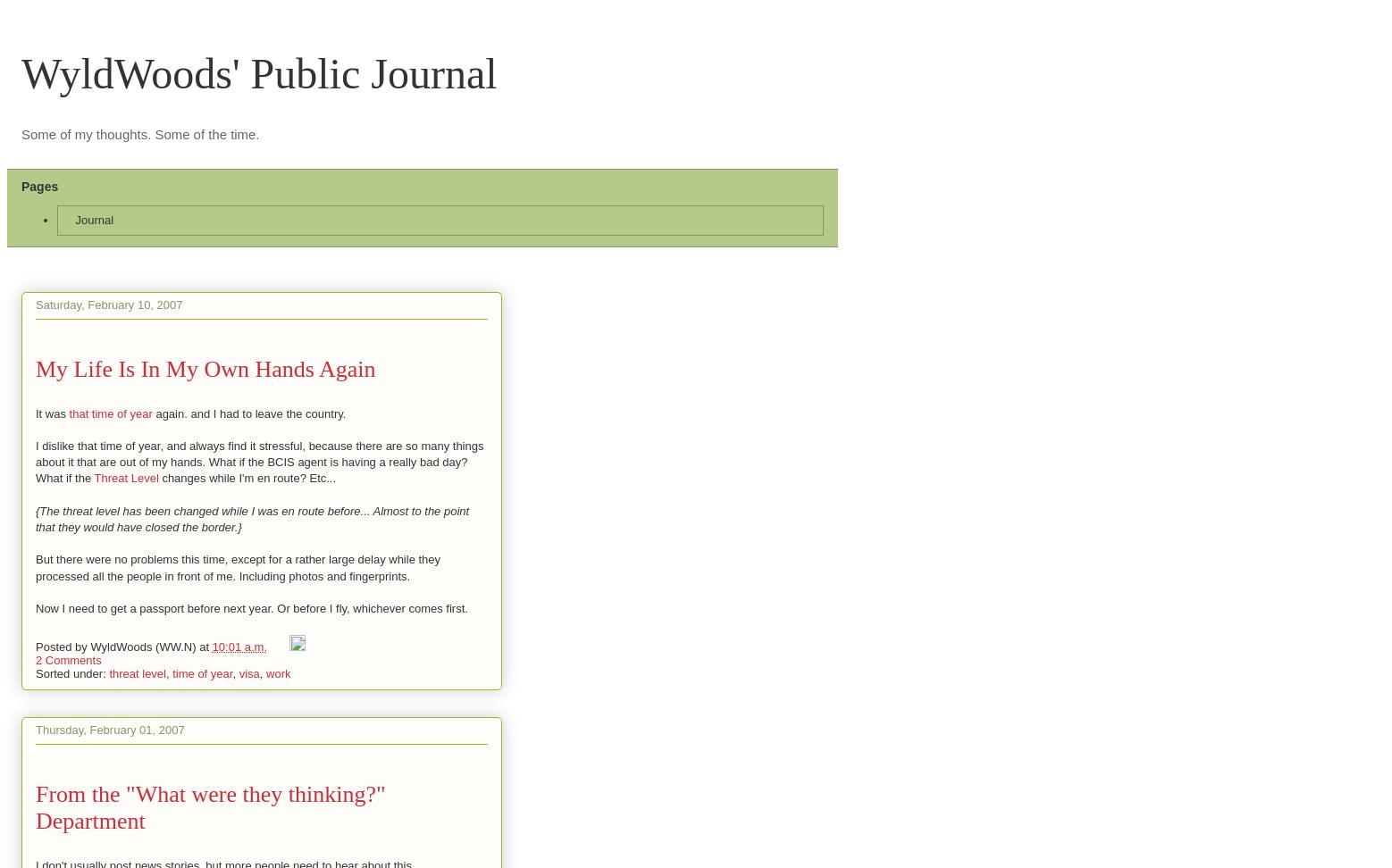  What do you see at coordinates (71, 672) in the screenshot?
I see `'Sorted under:'` at bounding box center [71, 672].